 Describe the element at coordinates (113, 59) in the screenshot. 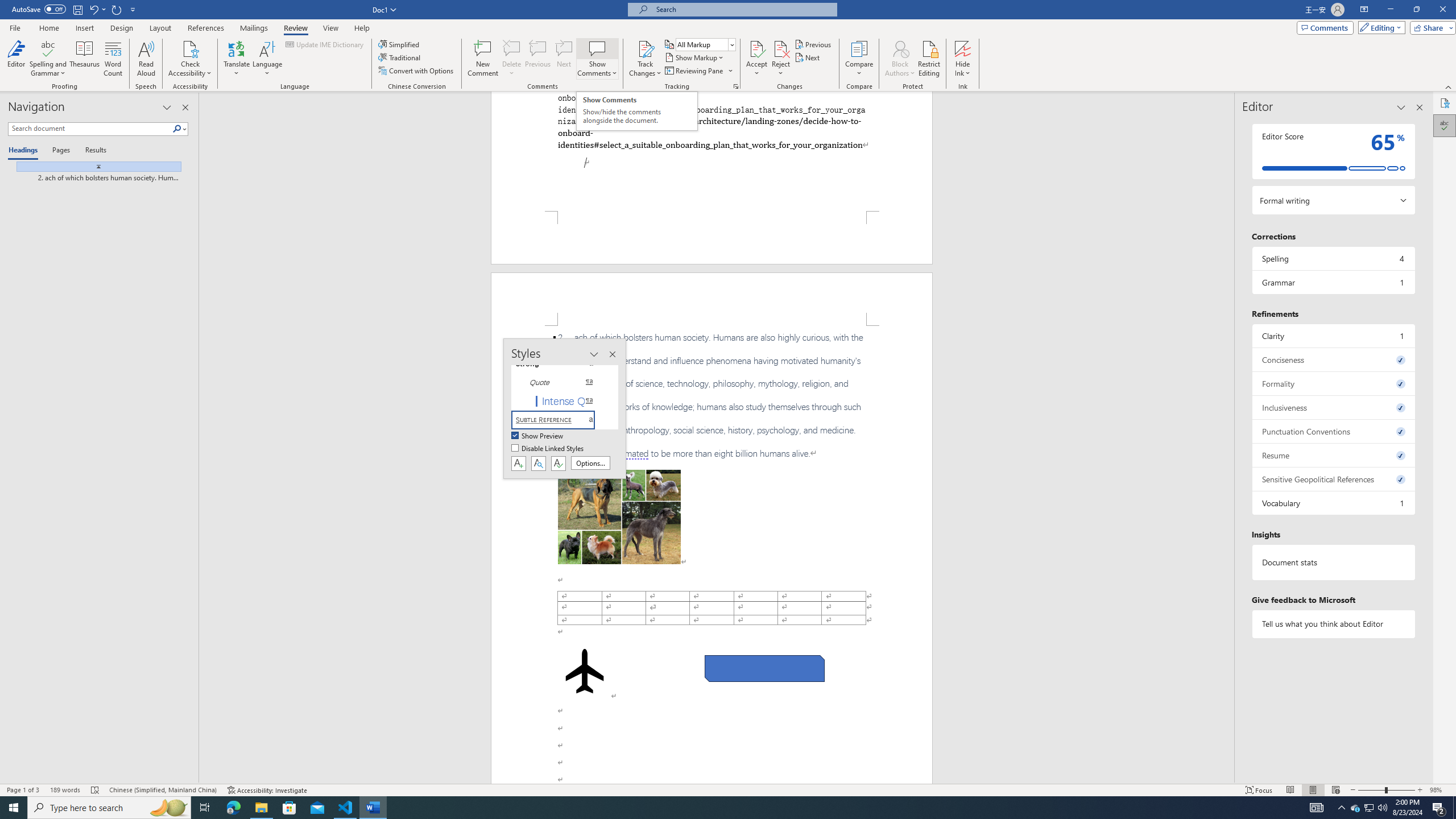

I see `'Word Count'` at that location.